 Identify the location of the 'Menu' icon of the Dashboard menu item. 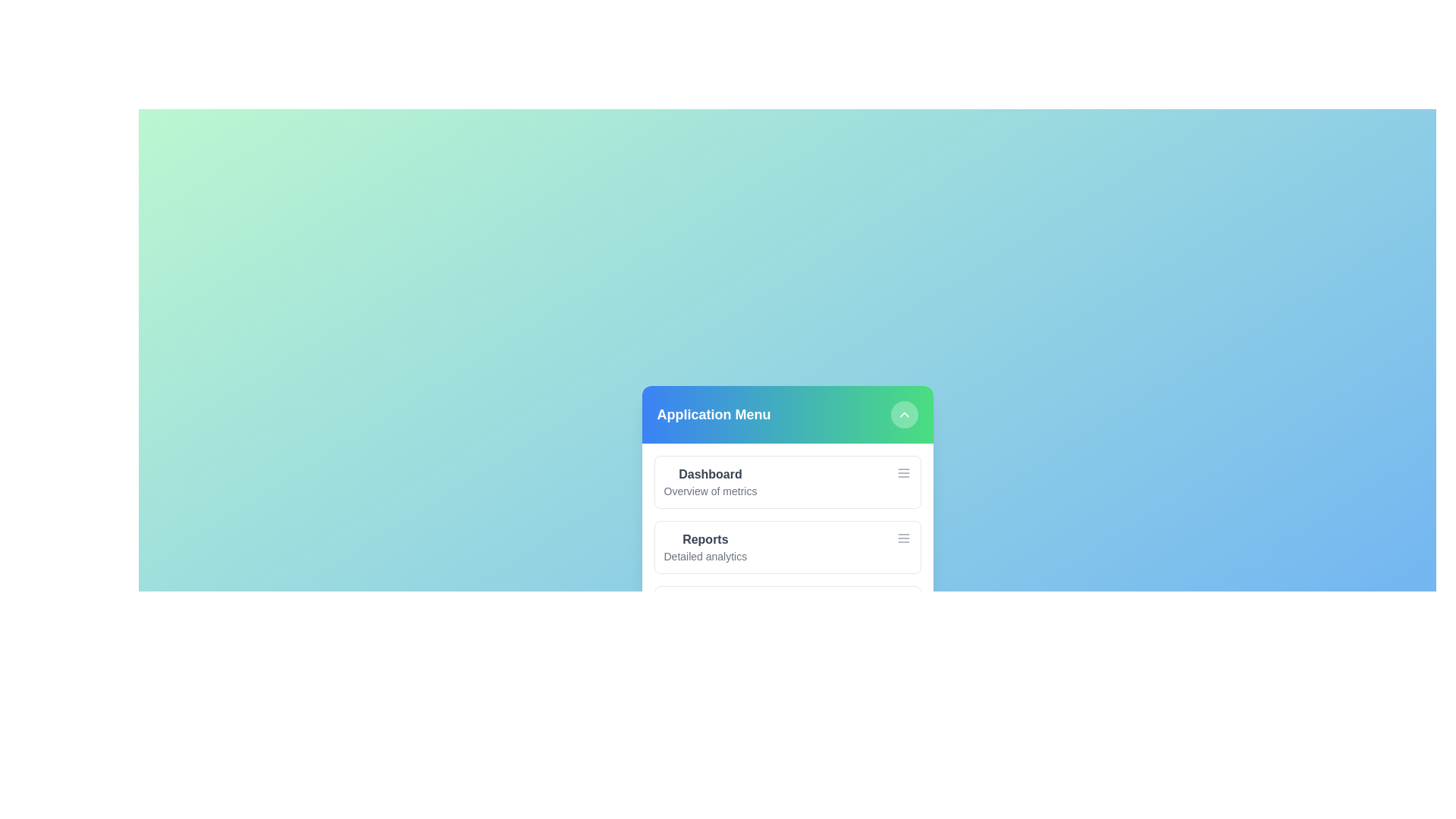
(903, 472).